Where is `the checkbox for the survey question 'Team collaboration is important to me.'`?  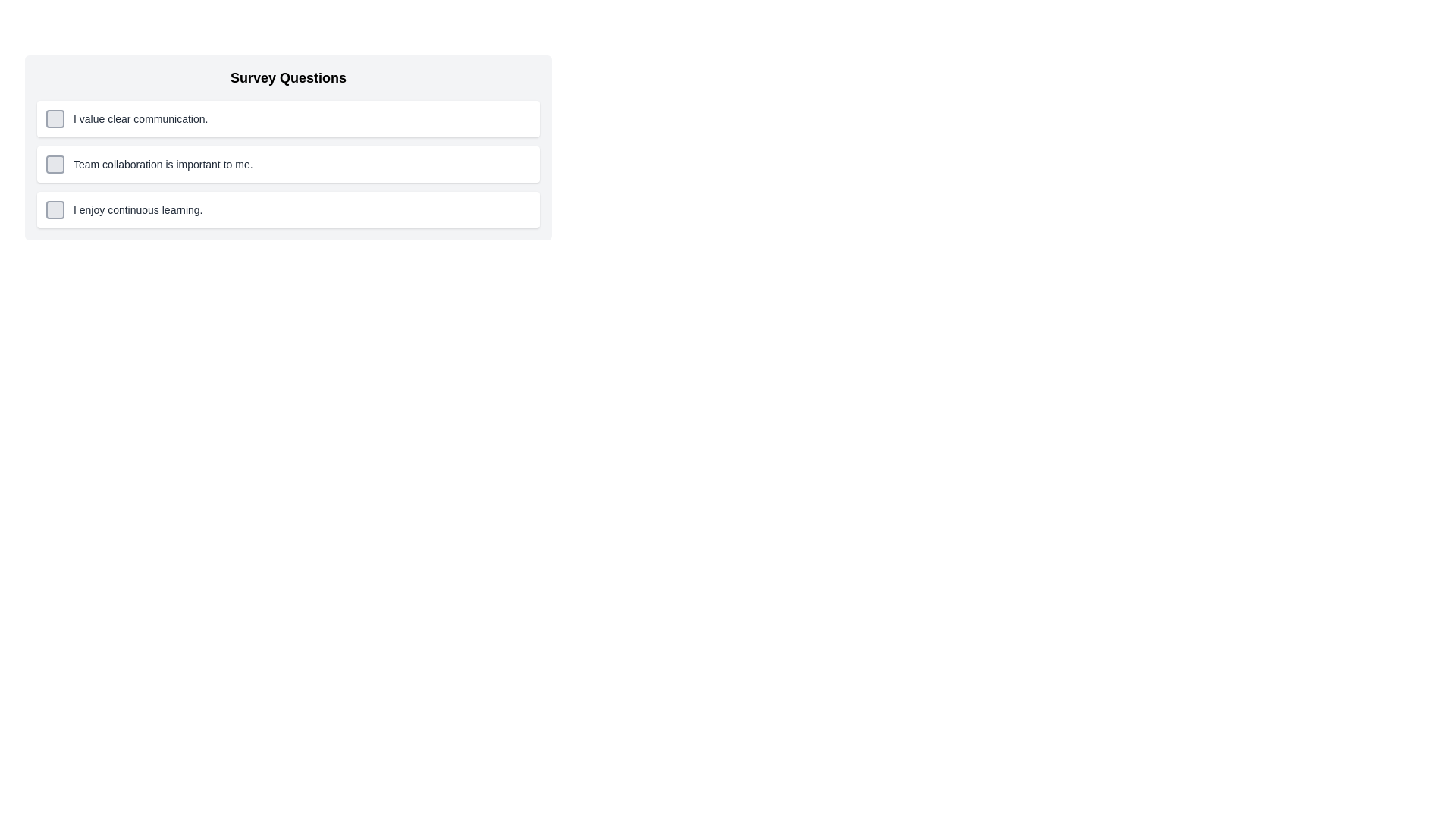
the checkbox for the survey question 'Team collaboration is important to me.' is located at coordinates (55, 164).